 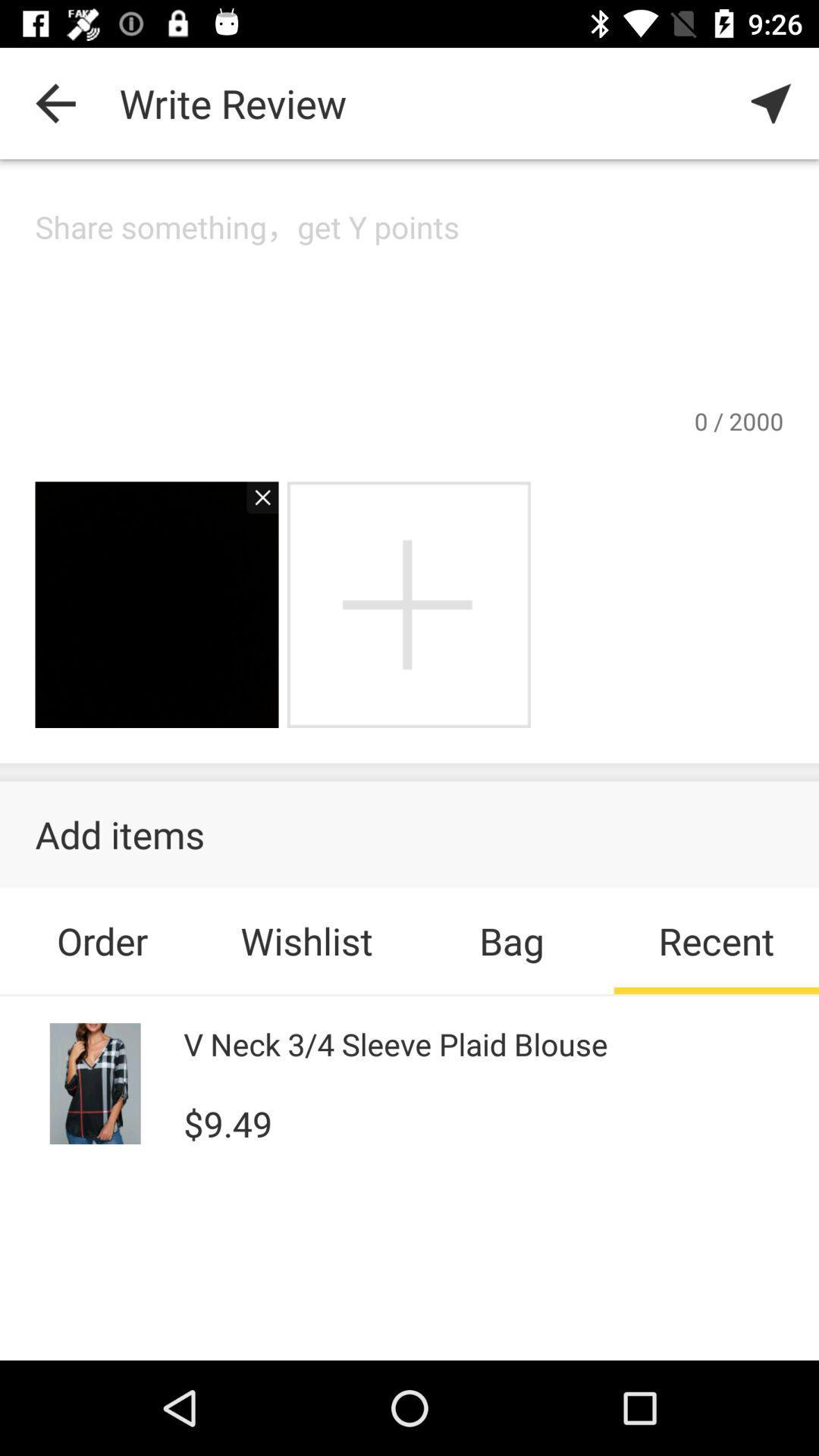 What do you see at coordinates (253, 505) in the screenshot?
I see `picture` at bounding box center [253, 505].